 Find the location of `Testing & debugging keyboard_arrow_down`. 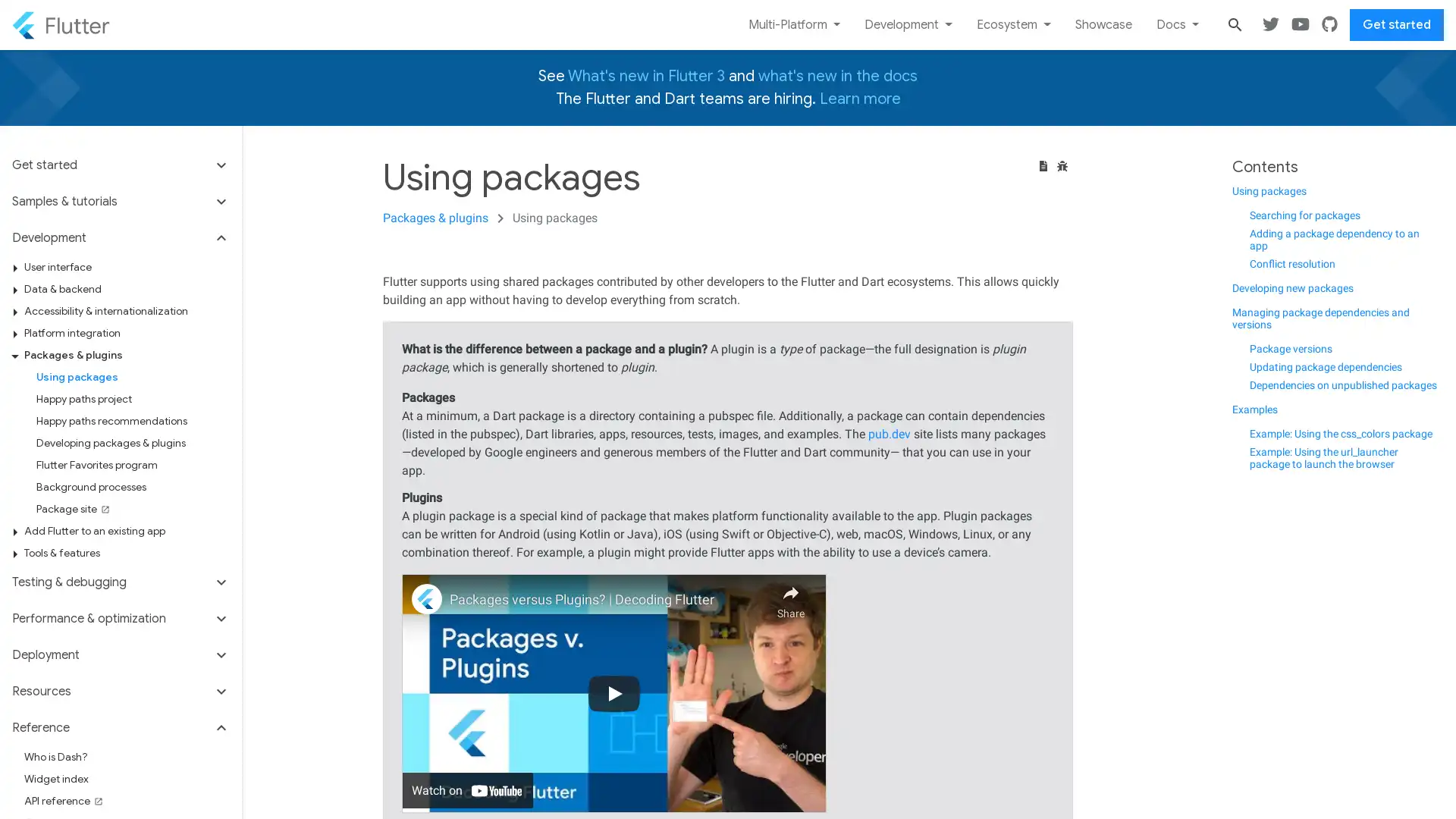

Testing & debugging keyboard_arrow_down is located at coordinates (120, 581).